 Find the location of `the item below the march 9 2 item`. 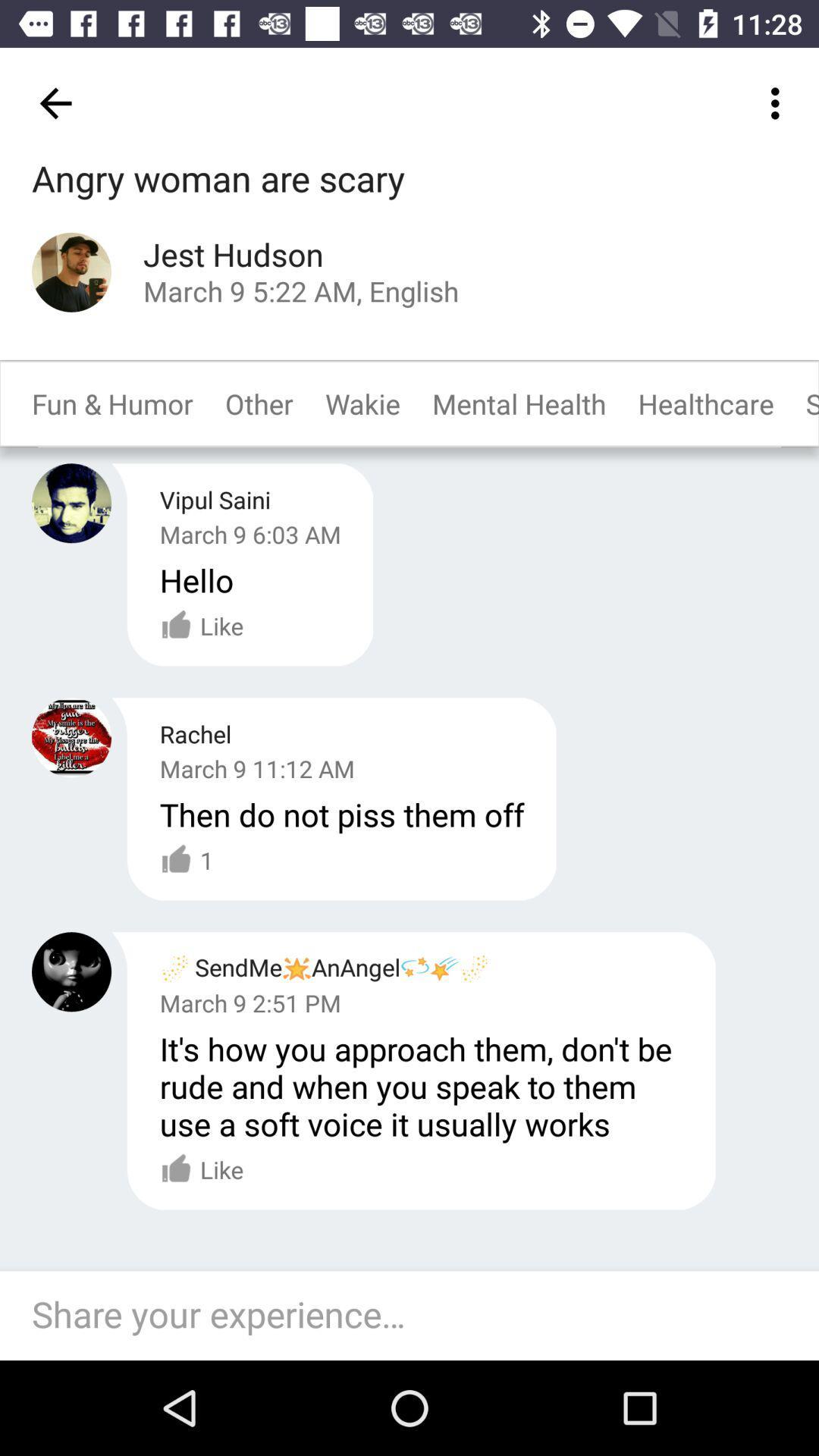

the item below the march 9 2 item is located at coordinates (422, 1085).